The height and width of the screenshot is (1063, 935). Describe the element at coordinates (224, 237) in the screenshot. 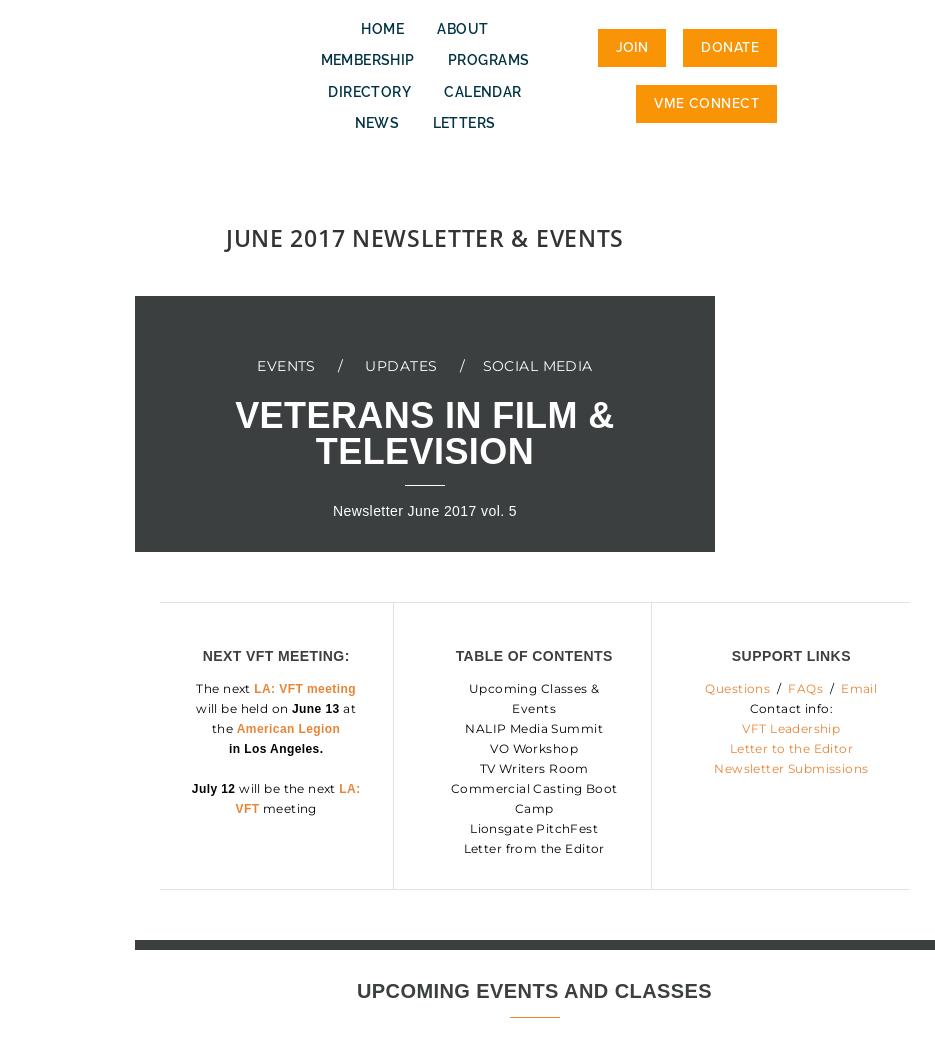

I see `'June 2017 Newsletter & Events'` at that location.